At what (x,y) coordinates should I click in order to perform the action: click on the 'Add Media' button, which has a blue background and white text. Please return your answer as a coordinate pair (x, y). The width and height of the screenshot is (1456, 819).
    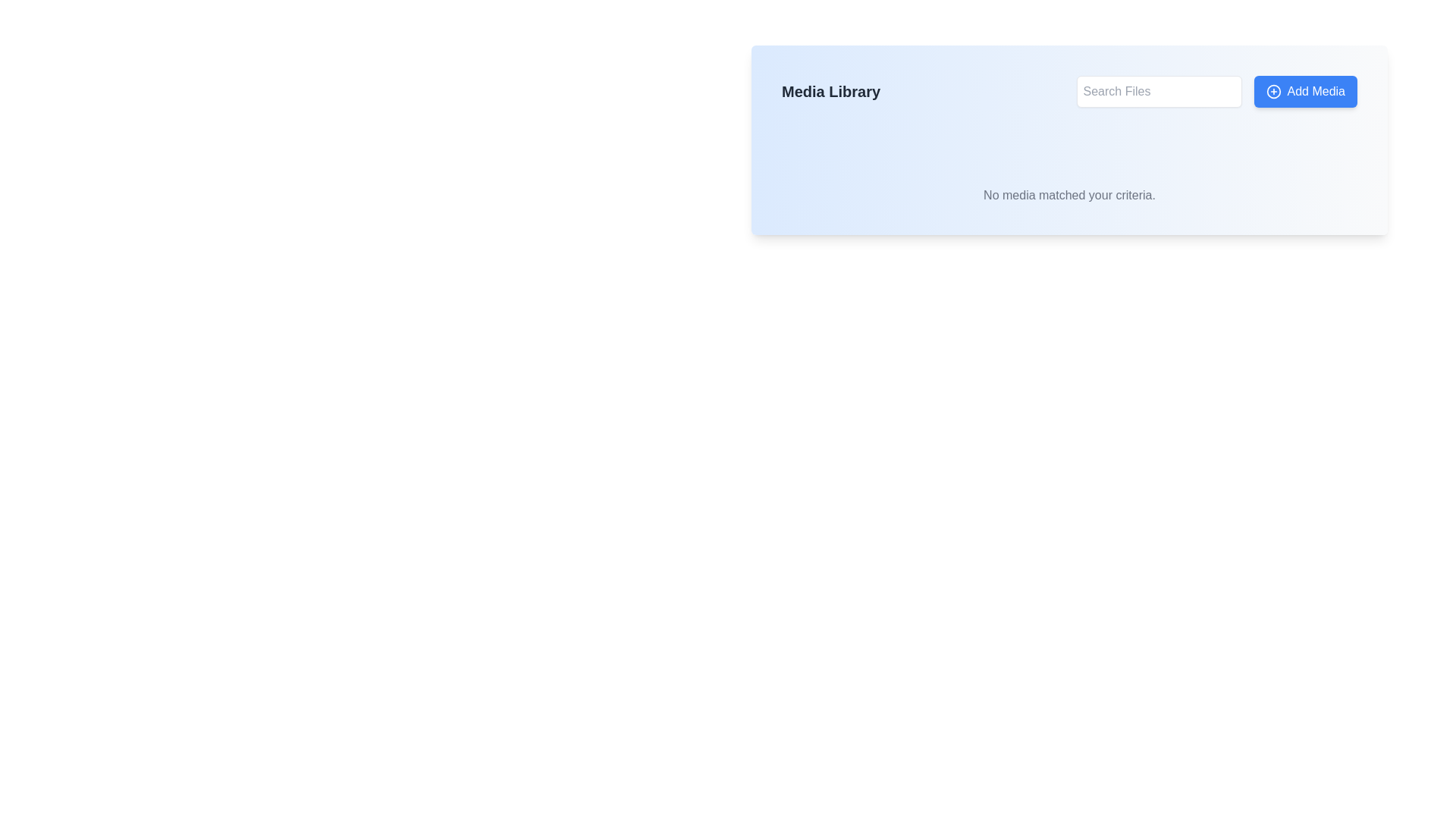
    Looking at the image, I should click on (1304, 91).